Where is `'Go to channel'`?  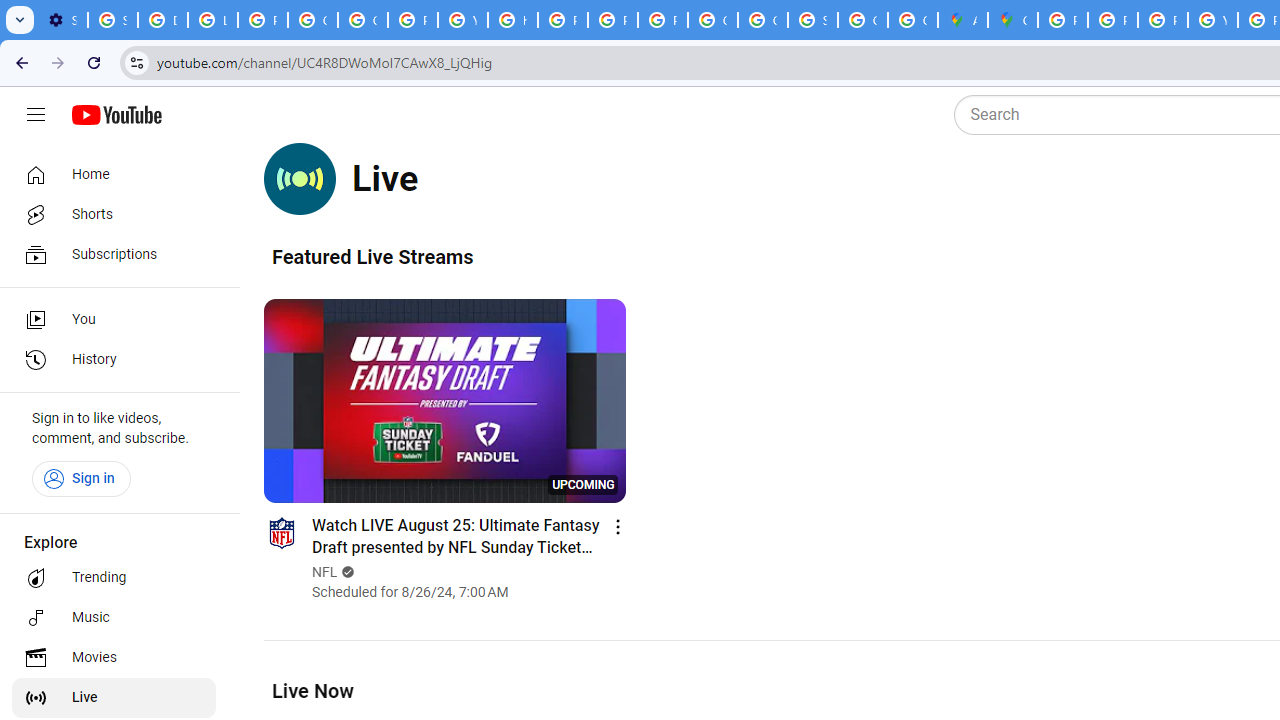
'Go to channel' is located at coordinates (280, 531).